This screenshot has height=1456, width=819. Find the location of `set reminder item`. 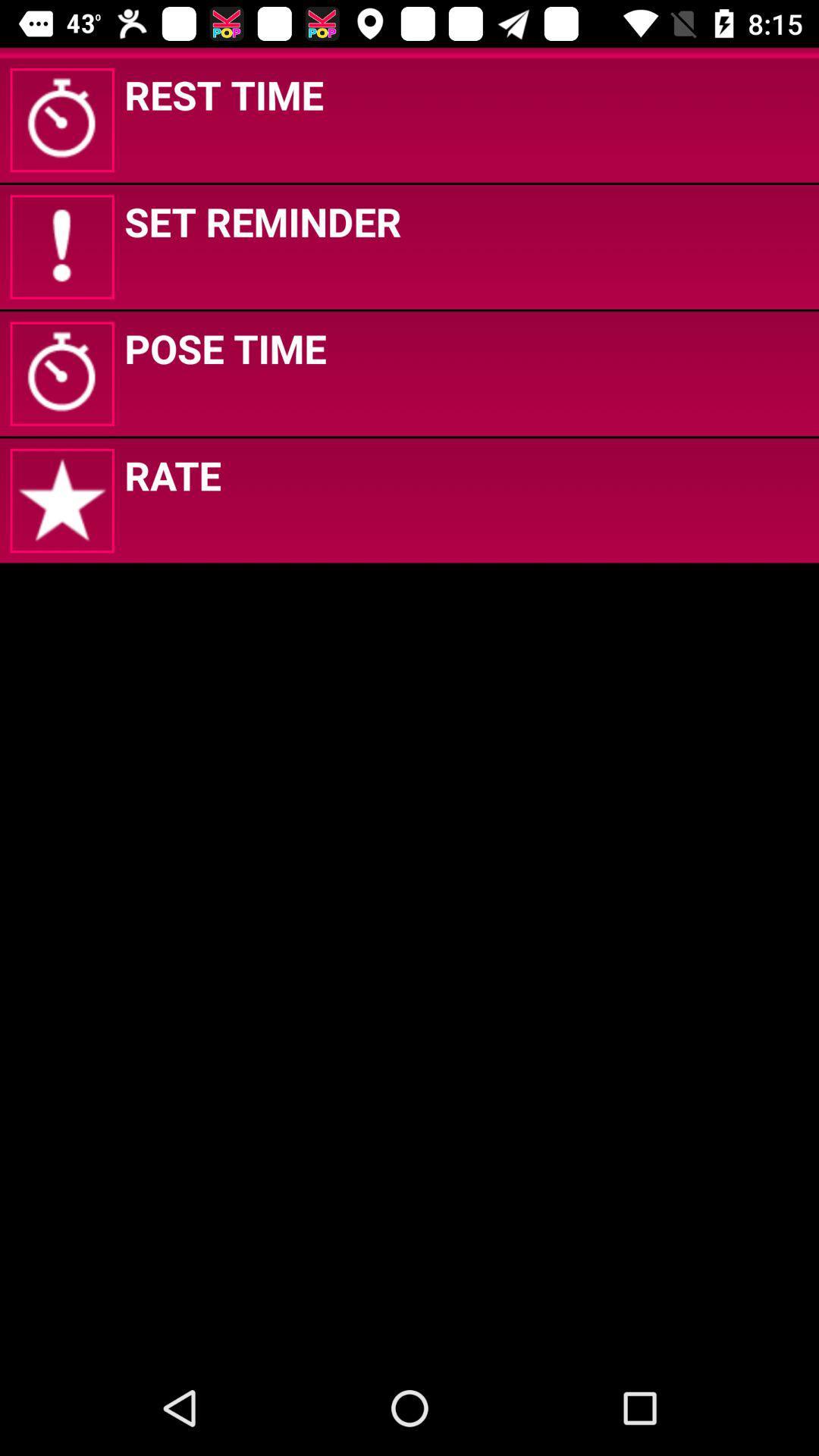

set reminder item is located at coordinates (262, 221).